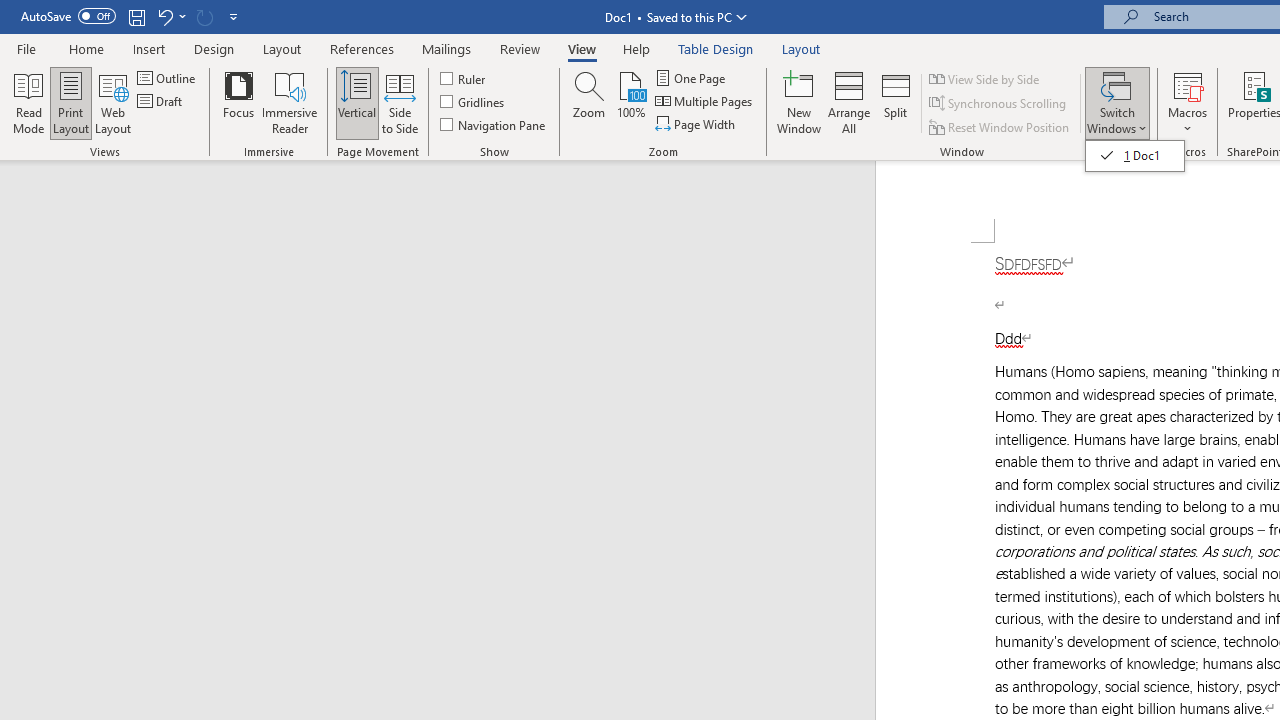  Describe the element at coordinates (1116, 103) in the screenshot. I see `'Switch Windows'` at that location.